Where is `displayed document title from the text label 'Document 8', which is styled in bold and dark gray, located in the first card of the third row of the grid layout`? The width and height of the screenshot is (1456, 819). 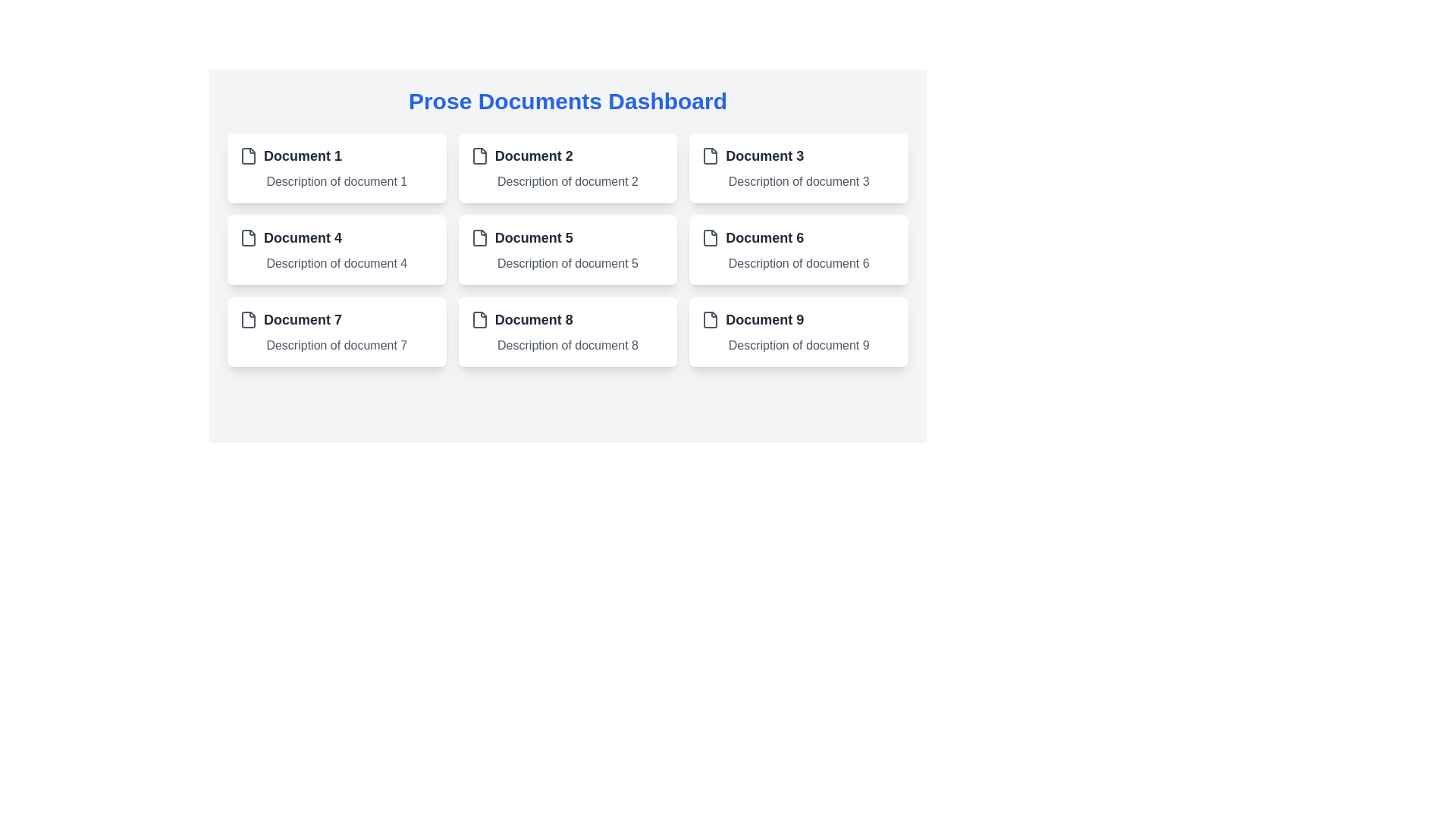
displayed document title from the text label 'Document 8', which is styled in bold and dark gray, located in the first card of the third row of the grid layout is located at coordinates (534, 318).